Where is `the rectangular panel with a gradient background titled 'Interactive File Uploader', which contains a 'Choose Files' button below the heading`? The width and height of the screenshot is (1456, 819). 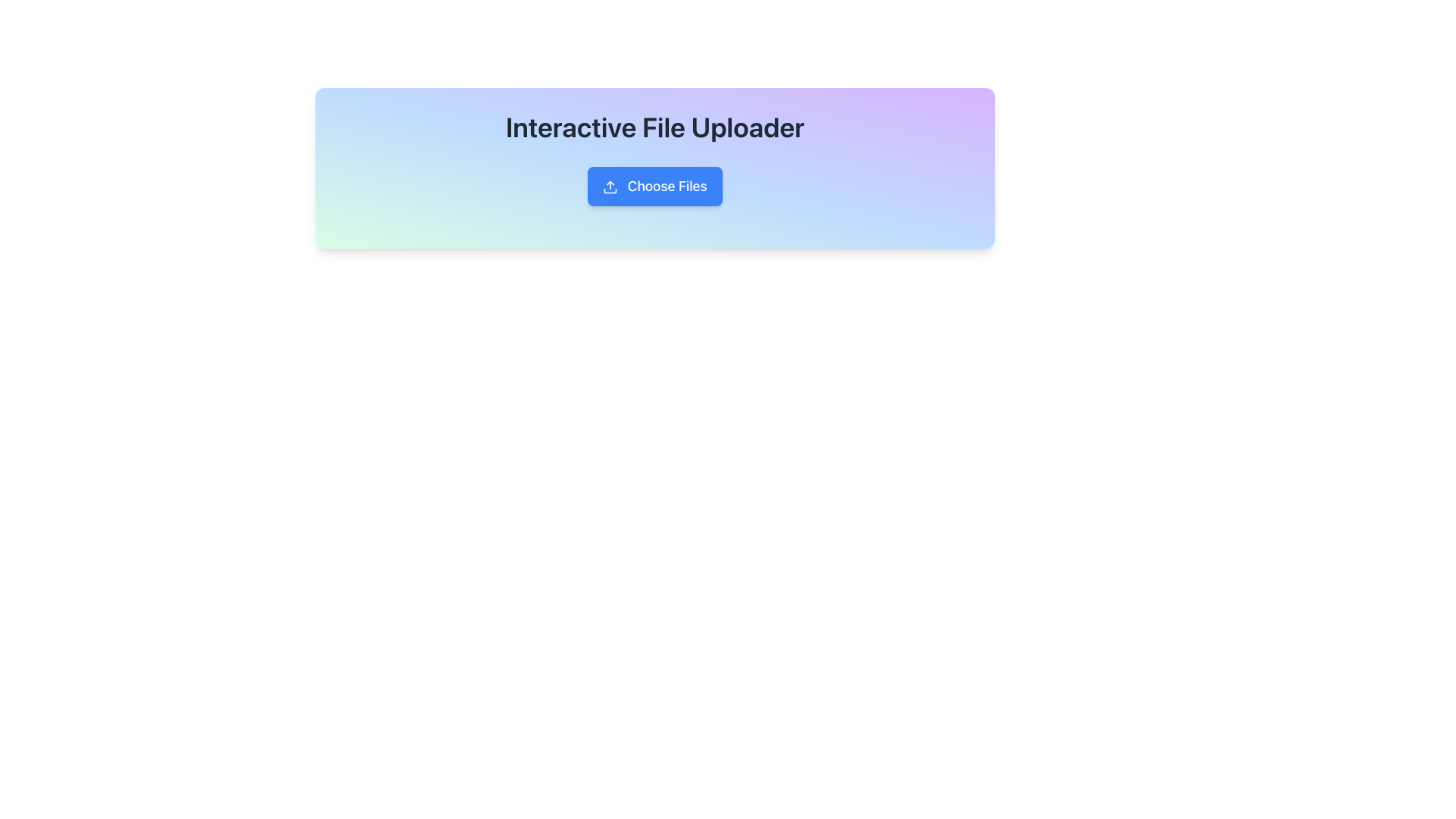 the rectangular panel with a gradient background titled 'Interactive File Uploader', which contains a 'Choose Files' button below the heading is located at coordinates (655, 168).